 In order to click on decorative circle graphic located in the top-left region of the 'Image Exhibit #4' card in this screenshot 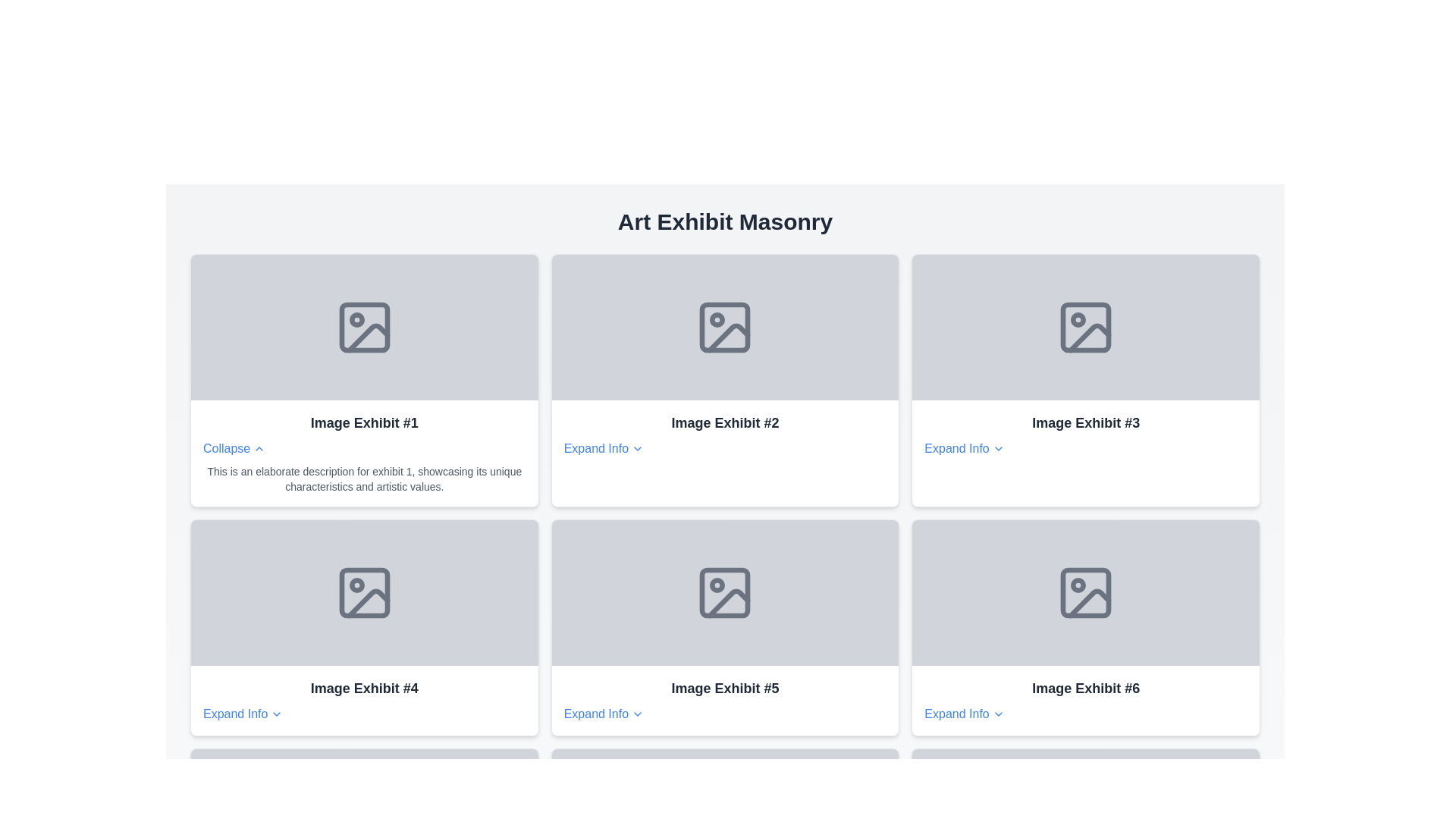, I will do `click(356, 584)`.